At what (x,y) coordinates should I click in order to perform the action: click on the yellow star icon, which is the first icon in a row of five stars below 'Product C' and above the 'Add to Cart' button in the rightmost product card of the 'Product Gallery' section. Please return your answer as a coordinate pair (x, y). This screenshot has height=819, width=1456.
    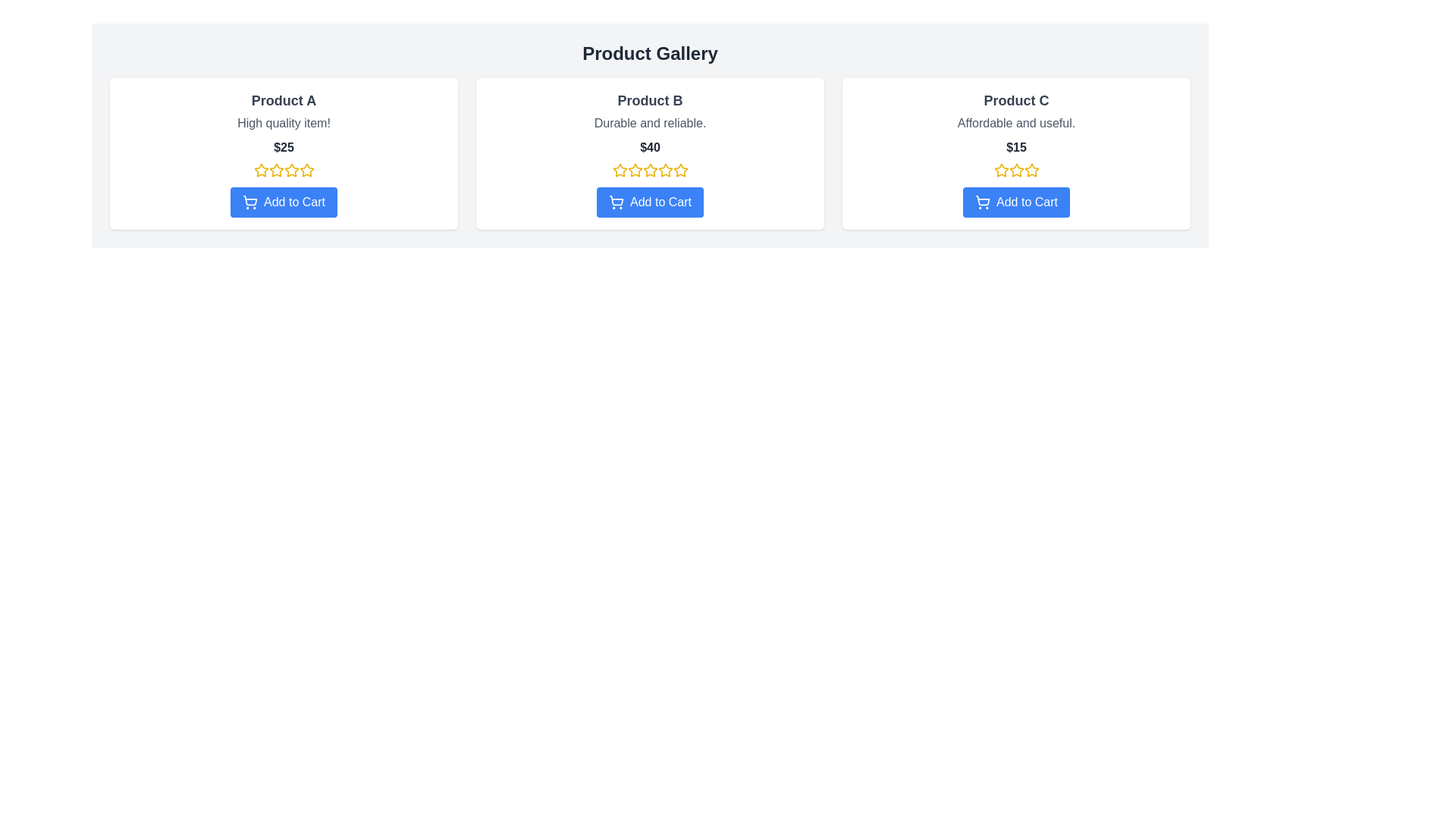
    Looking at the image, I should click on (1001, 170).